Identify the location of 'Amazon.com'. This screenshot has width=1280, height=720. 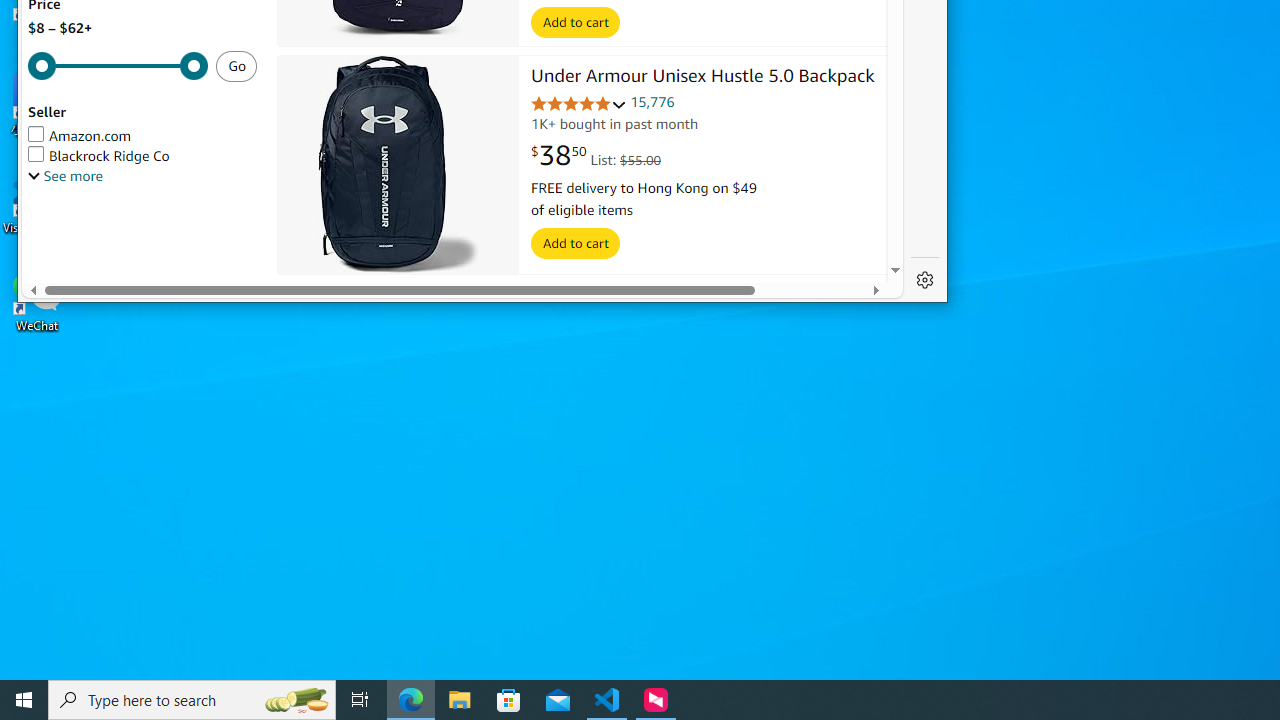
(80, 135).